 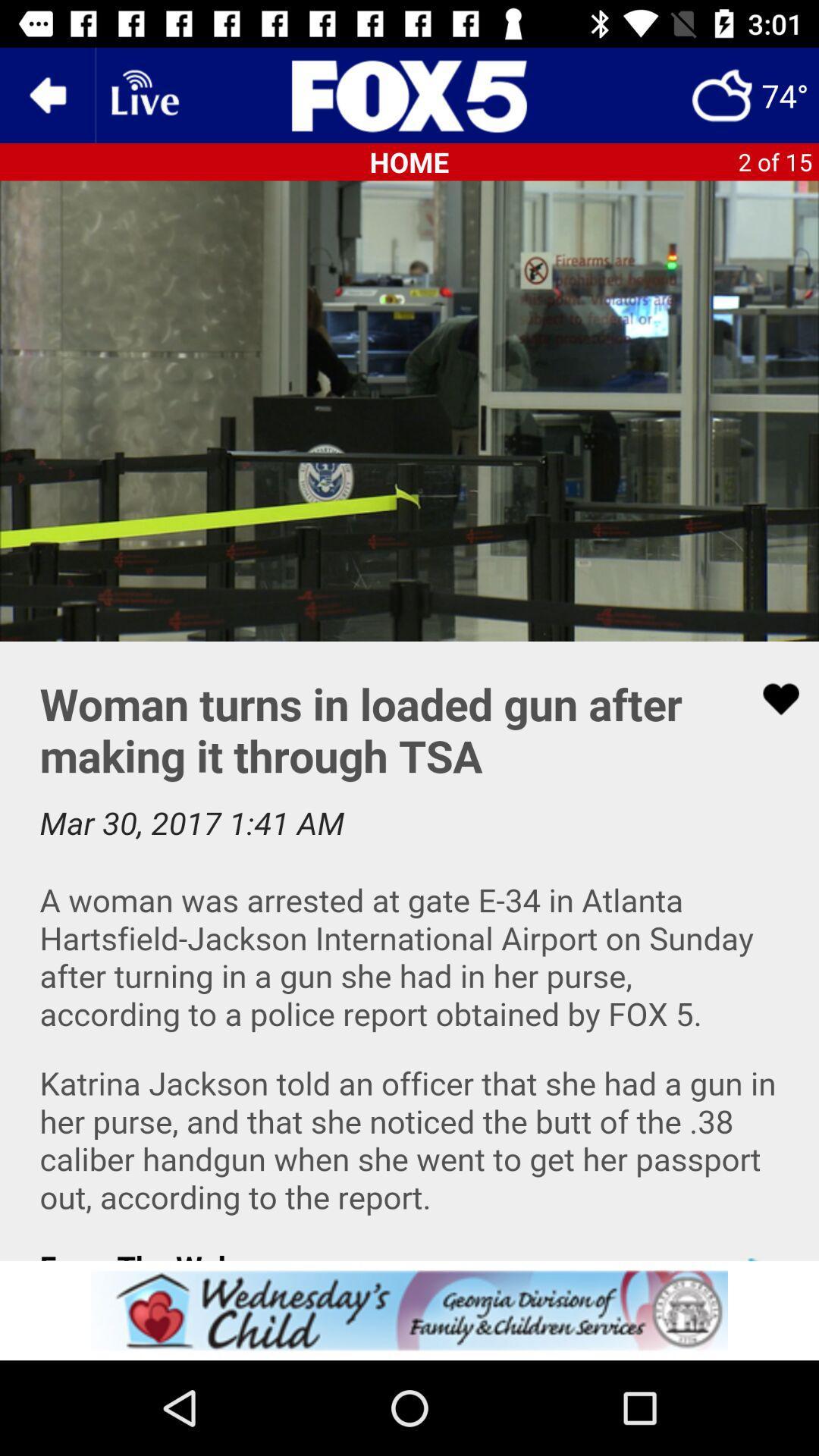 What do you see at coordinates (771, 698) in the screenshot?
I see `like the article` at bounding box center [771, 698].